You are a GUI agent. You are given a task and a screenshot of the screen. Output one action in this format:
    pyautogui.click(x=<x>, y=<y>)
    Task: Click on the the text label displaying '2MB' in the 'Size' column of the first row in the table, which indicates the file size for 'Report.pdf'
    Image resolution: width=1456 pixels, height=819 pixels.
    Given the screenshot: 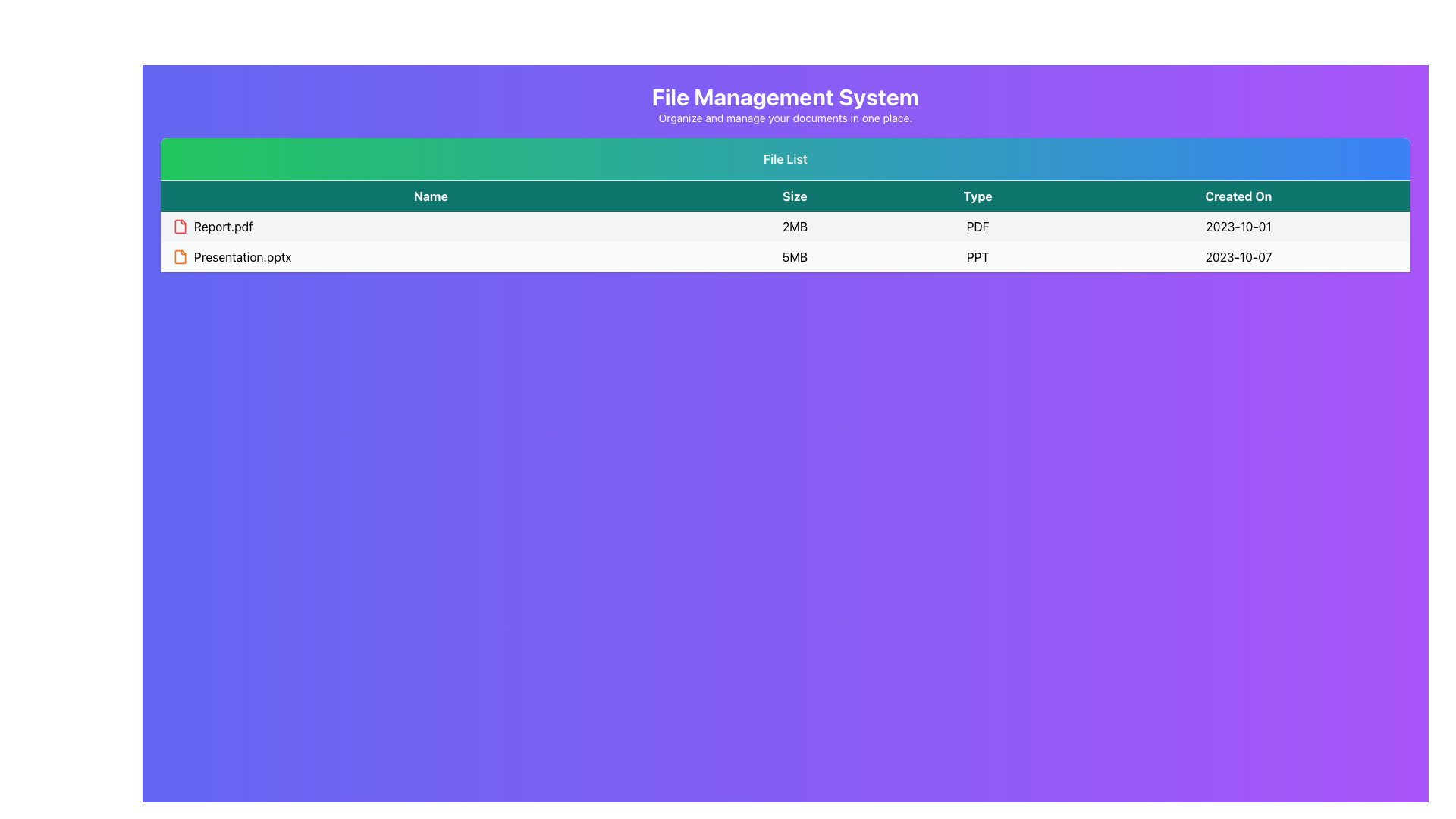 What is the action you would take?
    pyautogui.click(x=794, y=227)
    